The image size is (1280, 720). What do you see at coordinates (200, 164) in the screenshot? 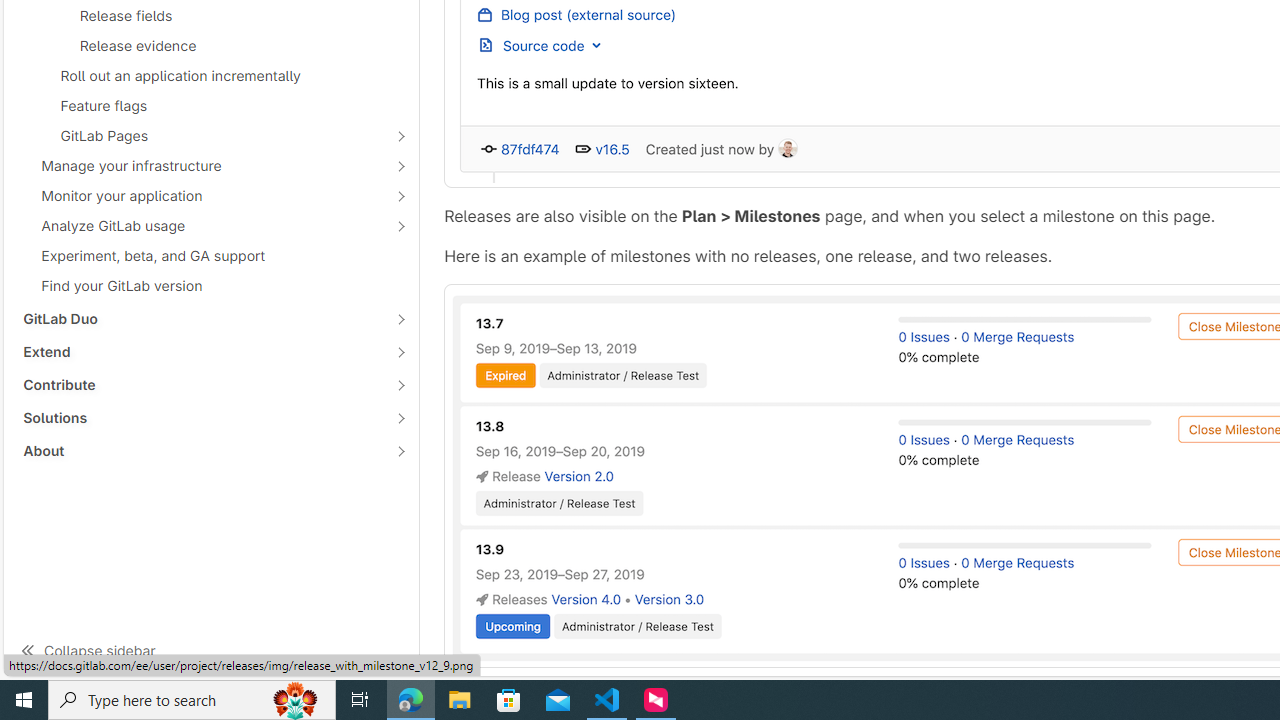
I see `'Manage your infrastructure'` at bounding box center [200, 164].